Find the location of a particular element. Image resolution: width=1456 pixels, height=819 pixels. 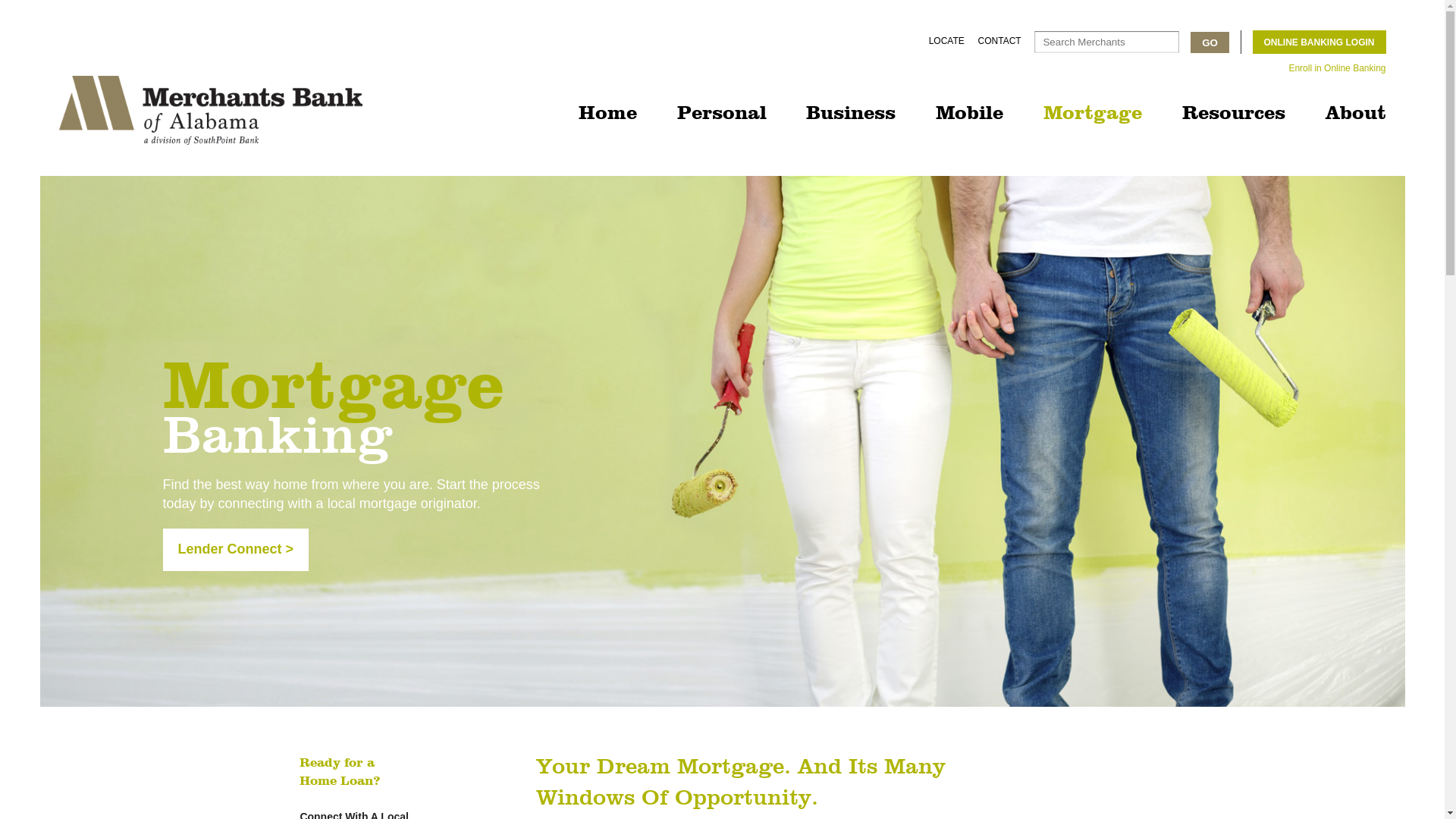

'Mortgage' is located at coordinates (1043, 113).